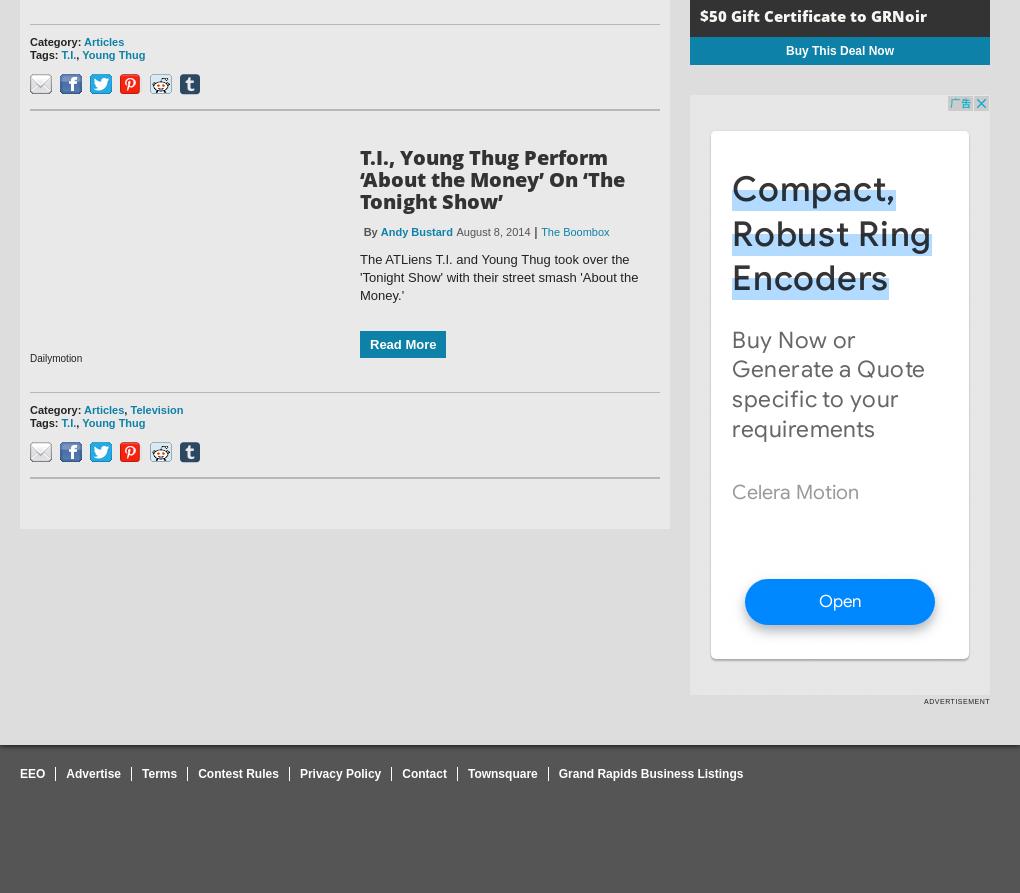 Image resolution: width=1020 pixels, height=893 pixels. I want to click on 'Read More', so click(403, 344).